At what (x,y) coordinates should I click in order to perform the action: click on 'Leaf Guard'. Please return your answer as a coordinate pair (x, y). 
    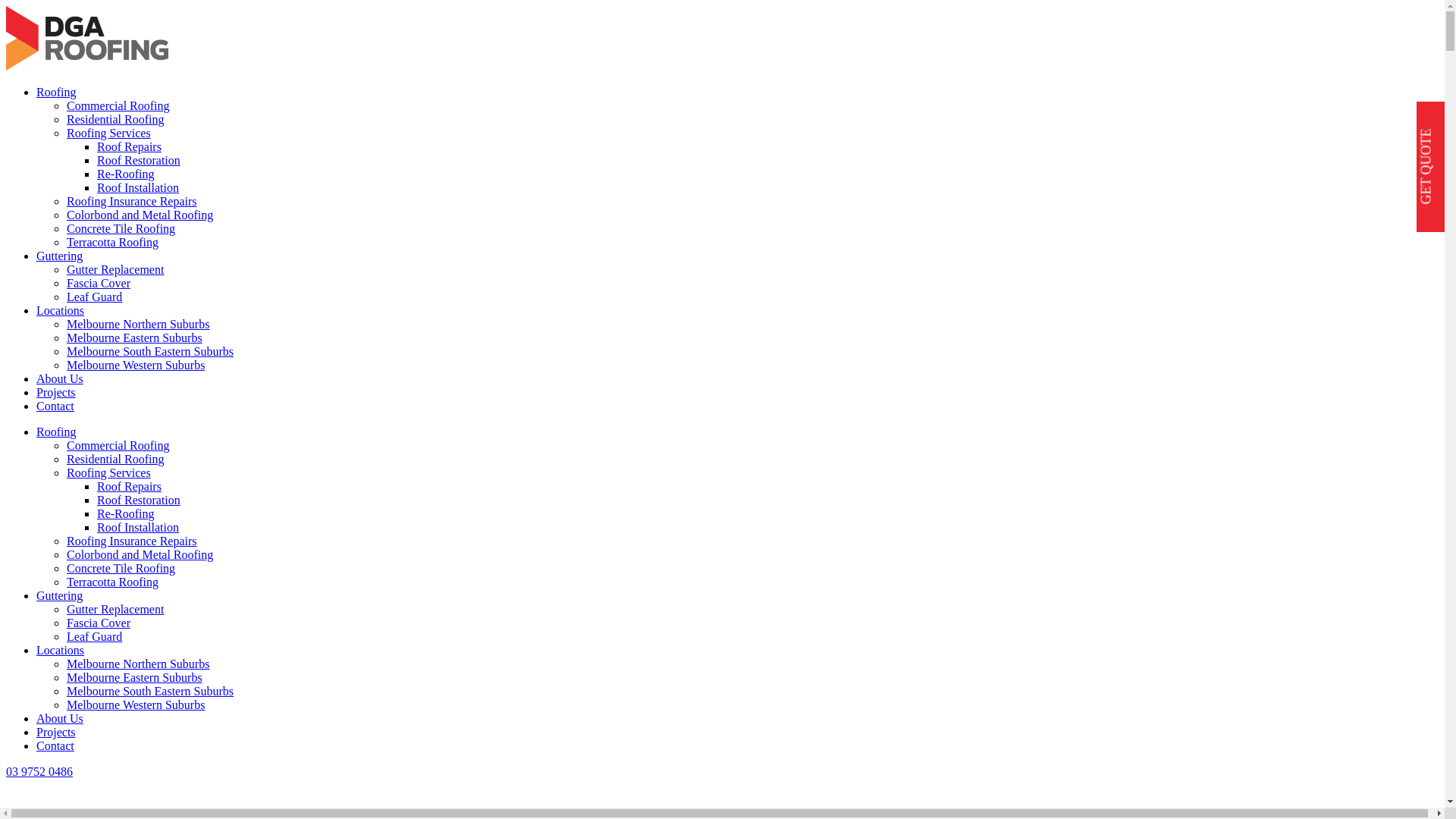
    Looking at the image, I should click on (65, 636).